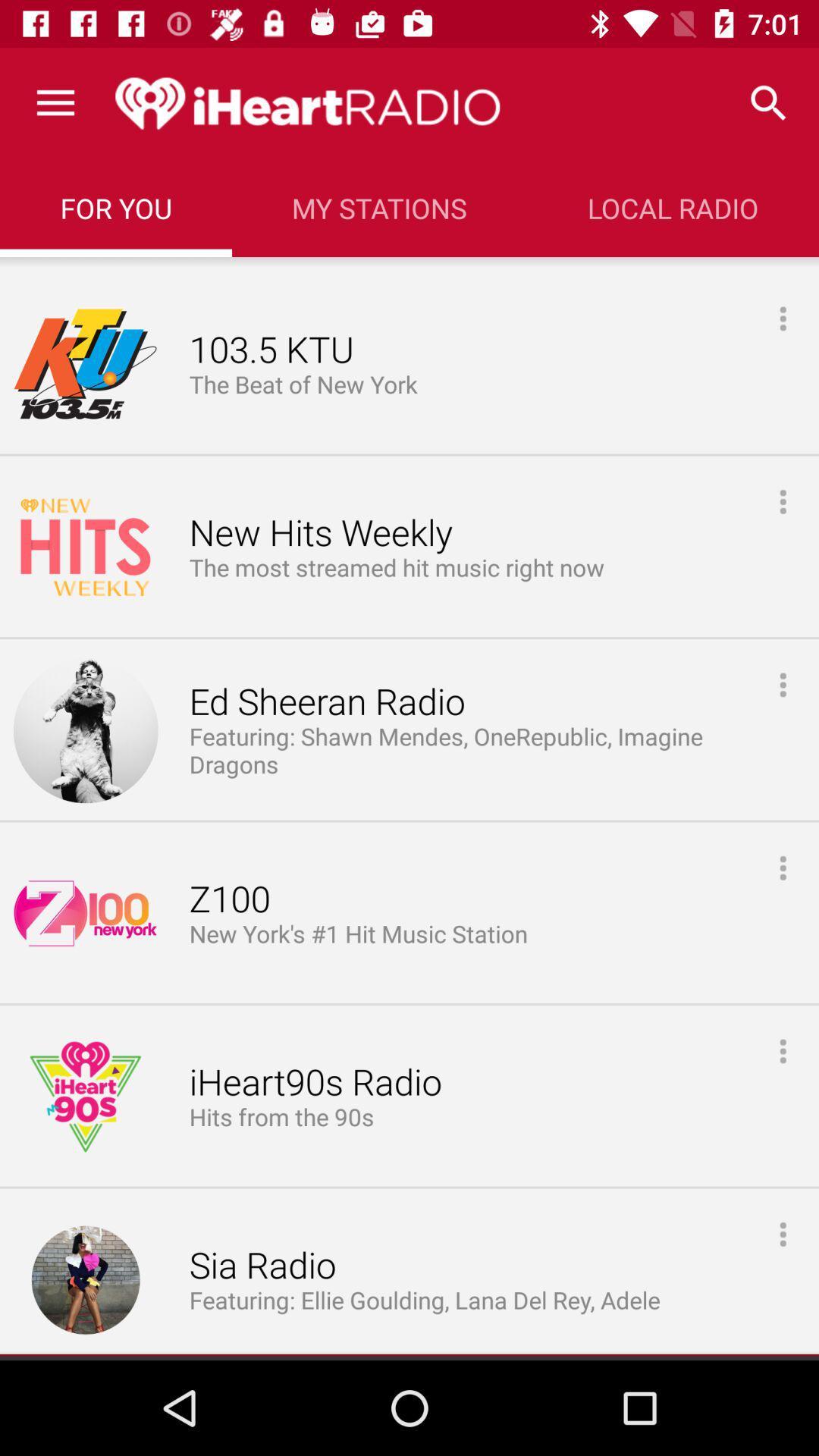  I want to click on hits from the, so click(281, 1118).